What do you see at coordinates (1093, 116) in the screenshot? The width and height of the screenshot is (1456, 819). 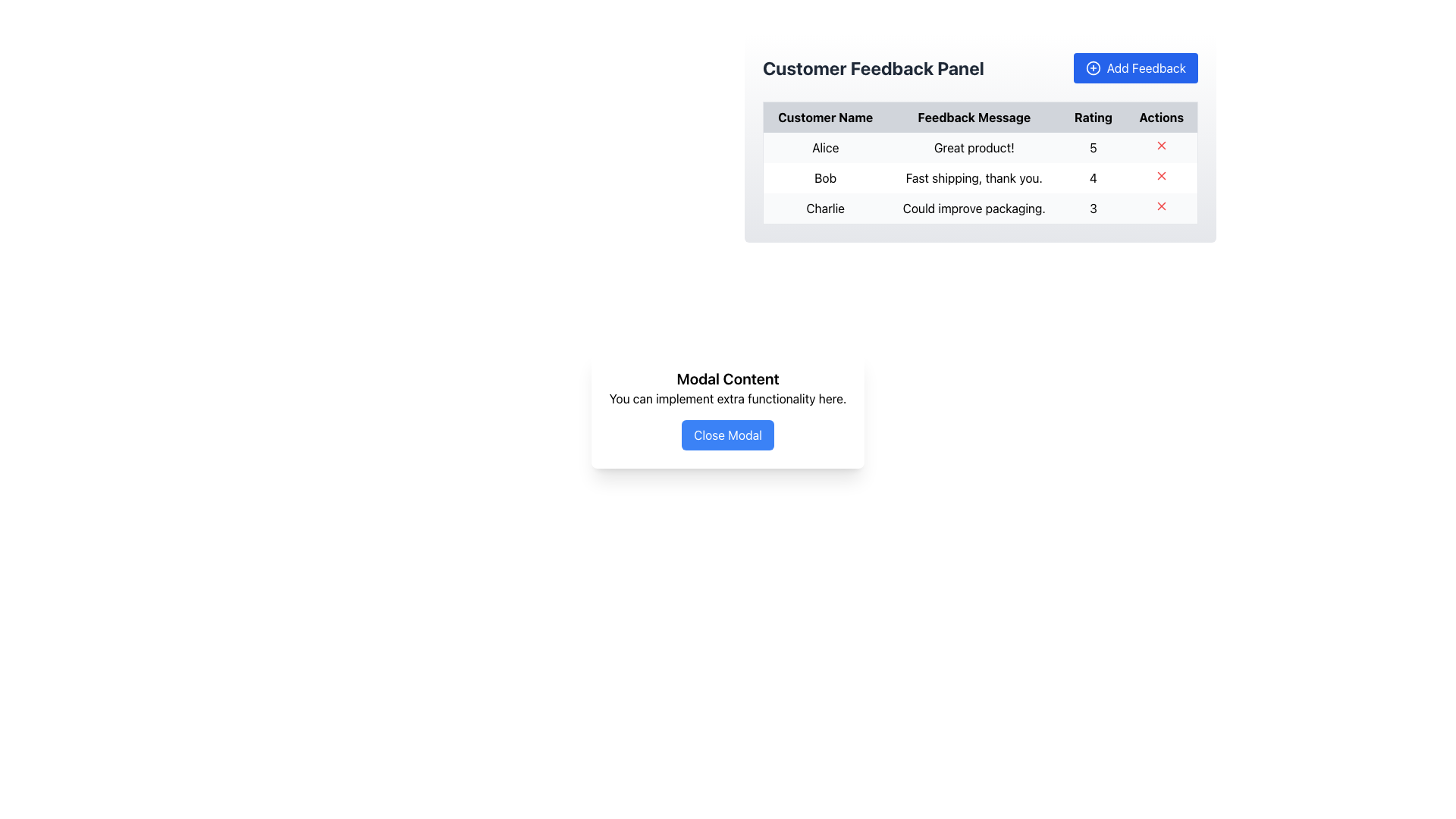 I see `the 'Rating' column header, which is the third column in the table located between 'Feedback Message' and 'Actions'` at bounding box center [1093, 116].